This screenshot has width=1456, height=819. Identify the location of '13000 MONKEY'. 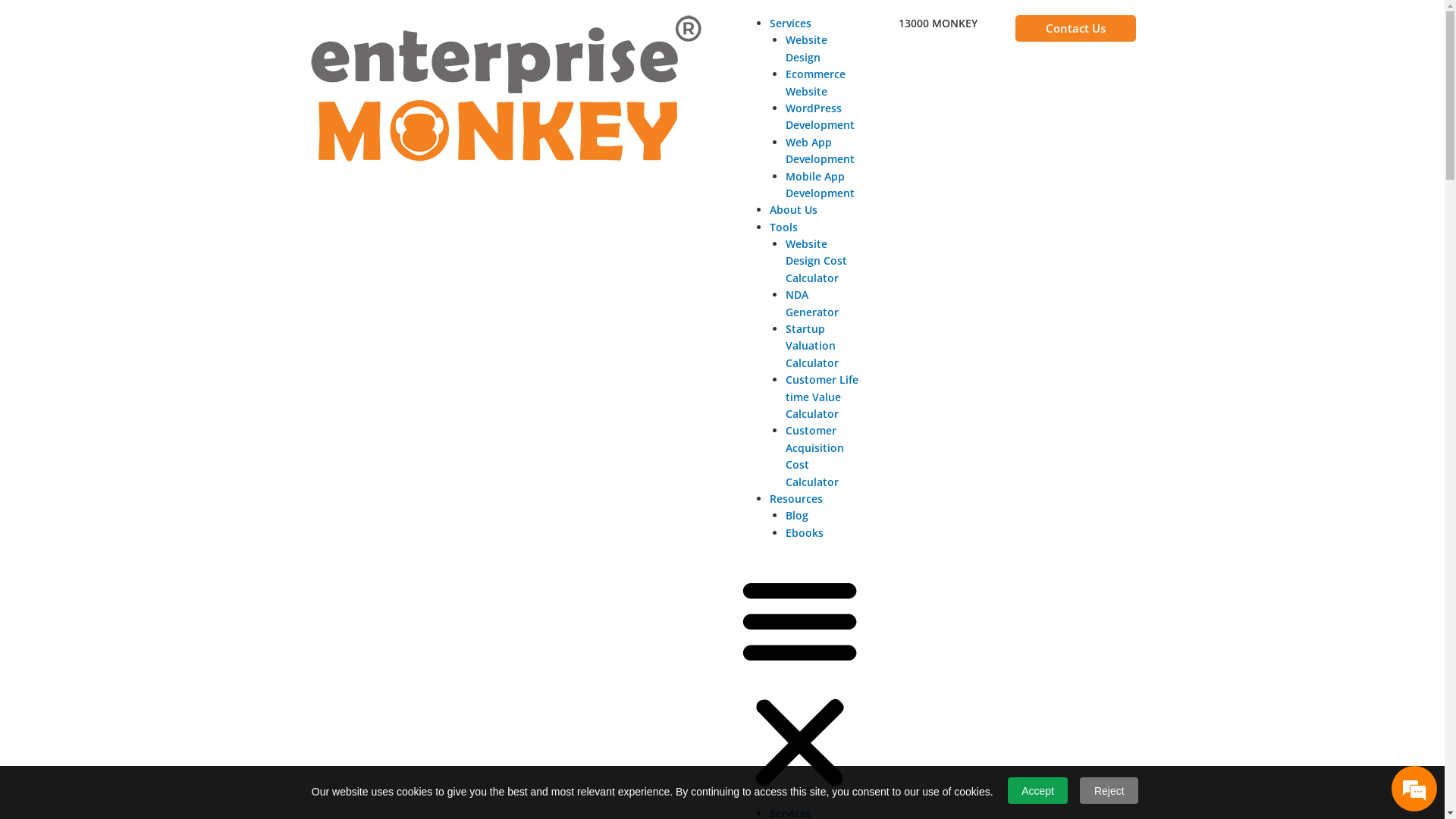
(937, 23).